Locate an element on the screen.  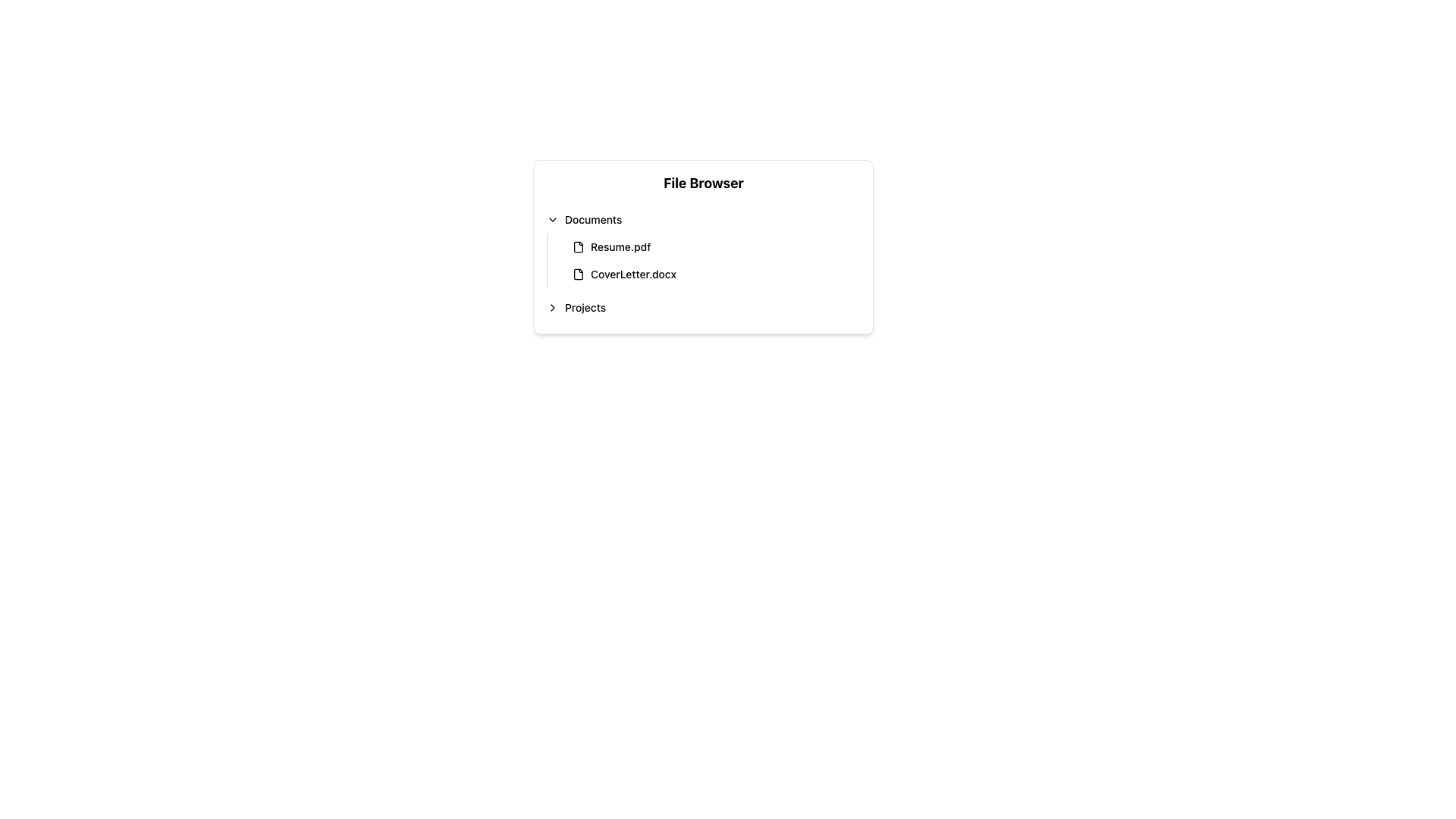
the 'CoverLetter.docx' file entry in the directory browser is located at coordinates (716, 275).